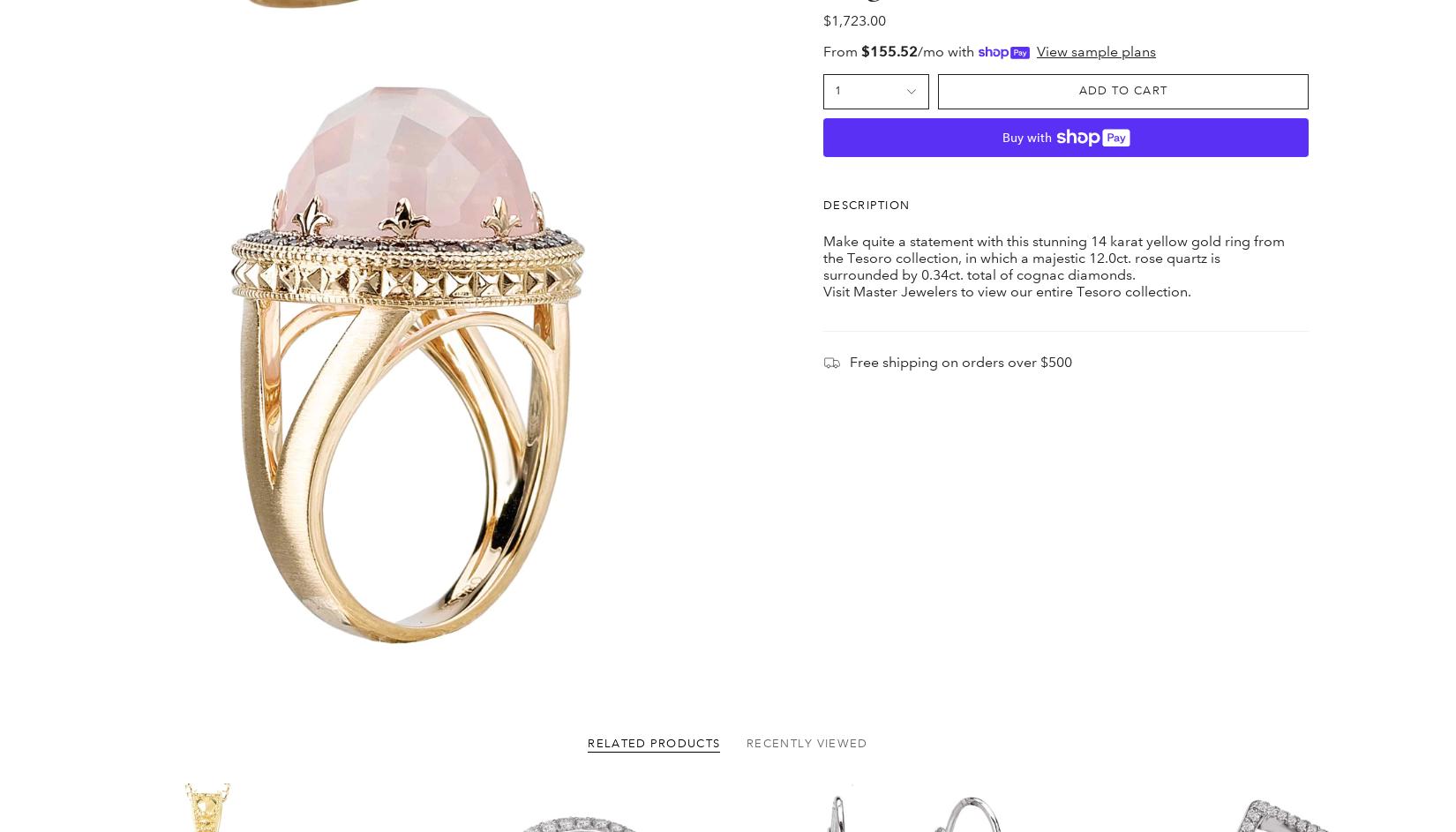 This screenshot has height=832, width=1456. Describe the element at coordinates (557, 552) in the screenshot. I see `'Main menu'` at that location.